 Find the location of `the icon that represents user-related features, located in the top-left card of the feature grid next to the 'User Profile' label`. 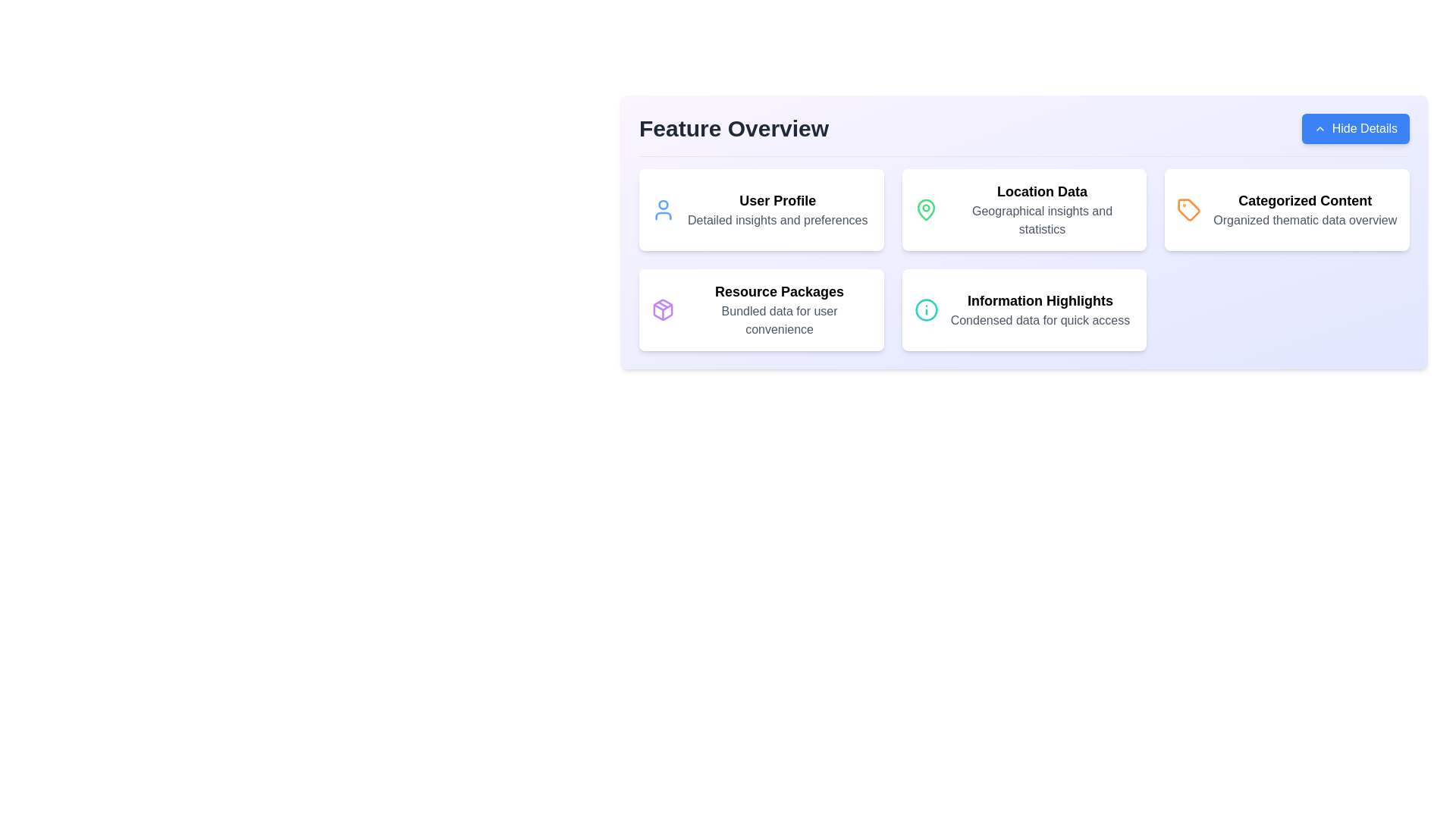

the icon that represents user-related features, located in the top-left card of the feature grid next to the 'User Profile' label is located at coordinates (663, 210).